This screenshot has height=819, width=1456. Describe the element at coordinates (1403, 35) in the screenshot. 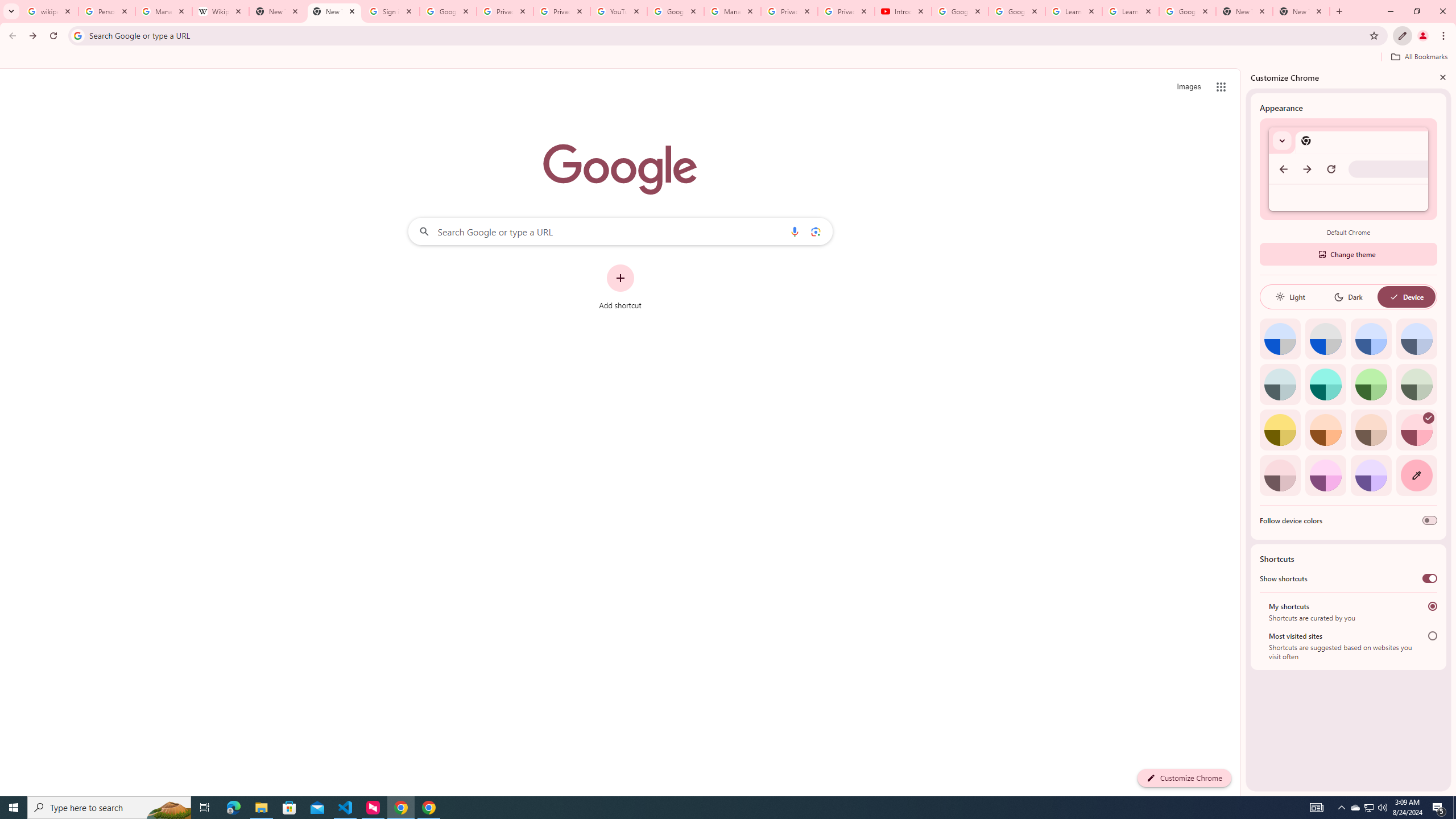

I see `'Customize Chrome'` at that location.